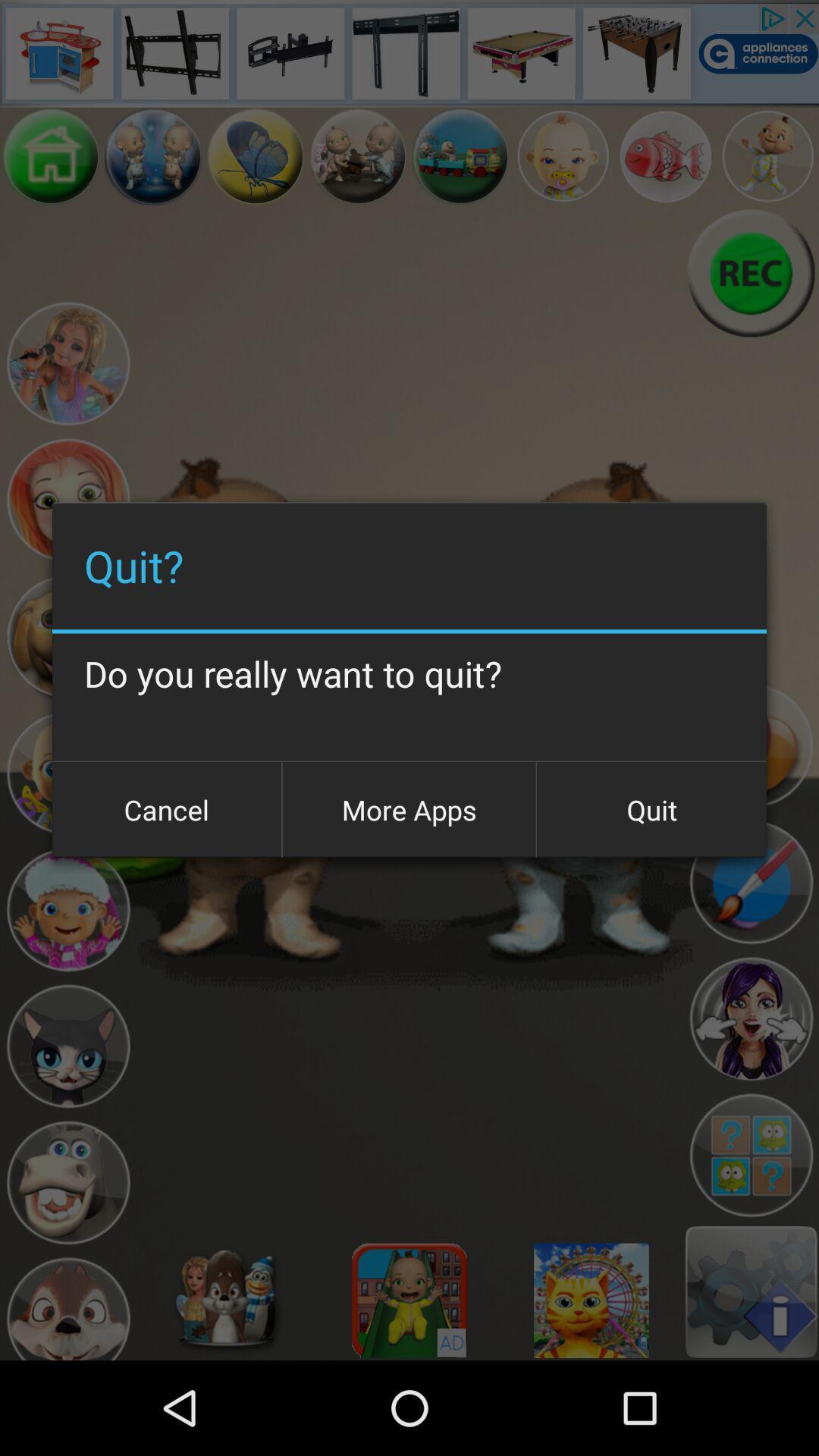 The width and height of the screenshot is (819, 1456). What do you see at coordinates (409, 1300) in the screenshot?
I see `choose avatar` at bounding box center [409, 1300].